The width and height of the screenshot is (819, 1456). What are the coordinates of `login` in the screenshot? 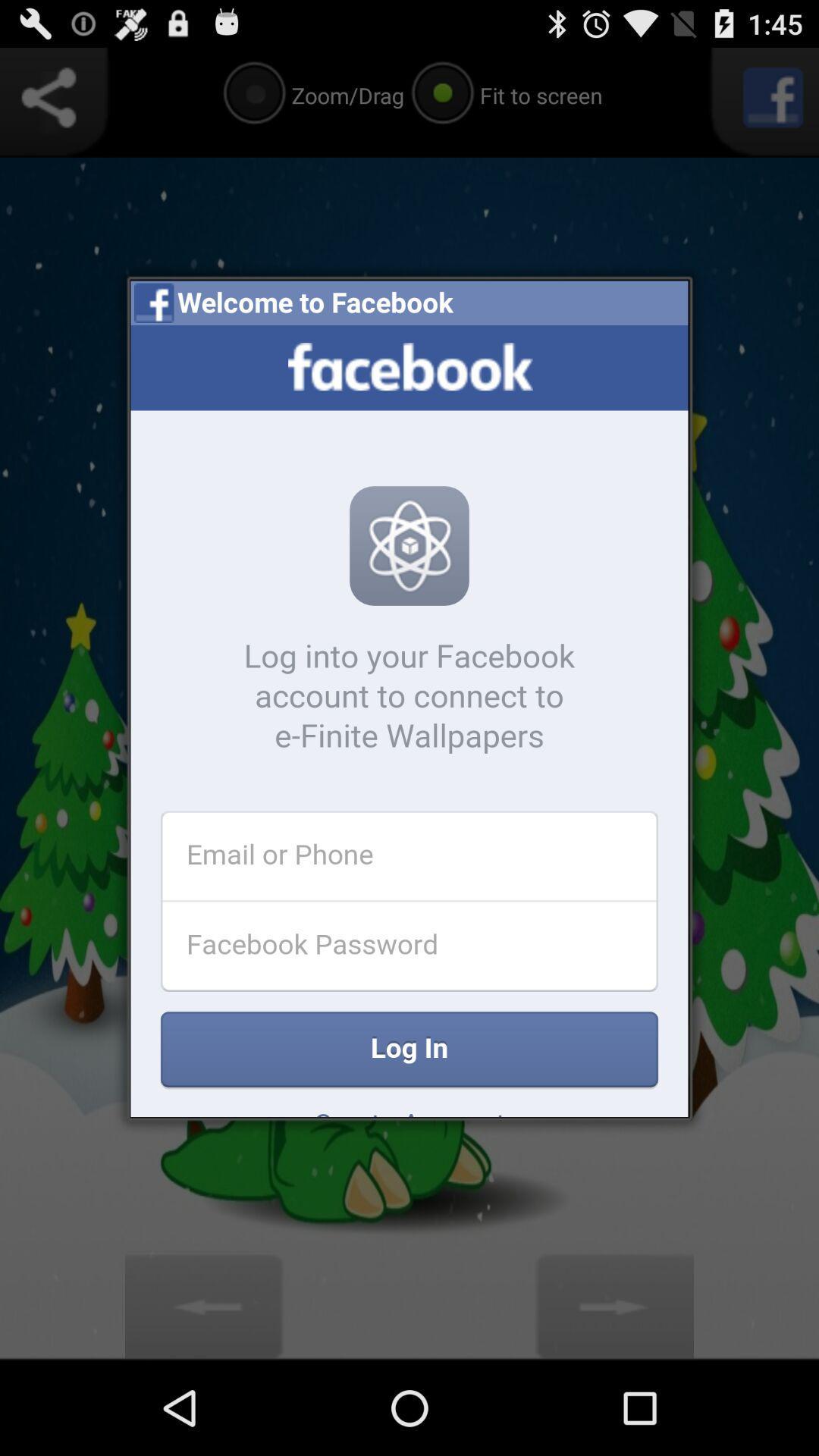 It's located at (409, 720).